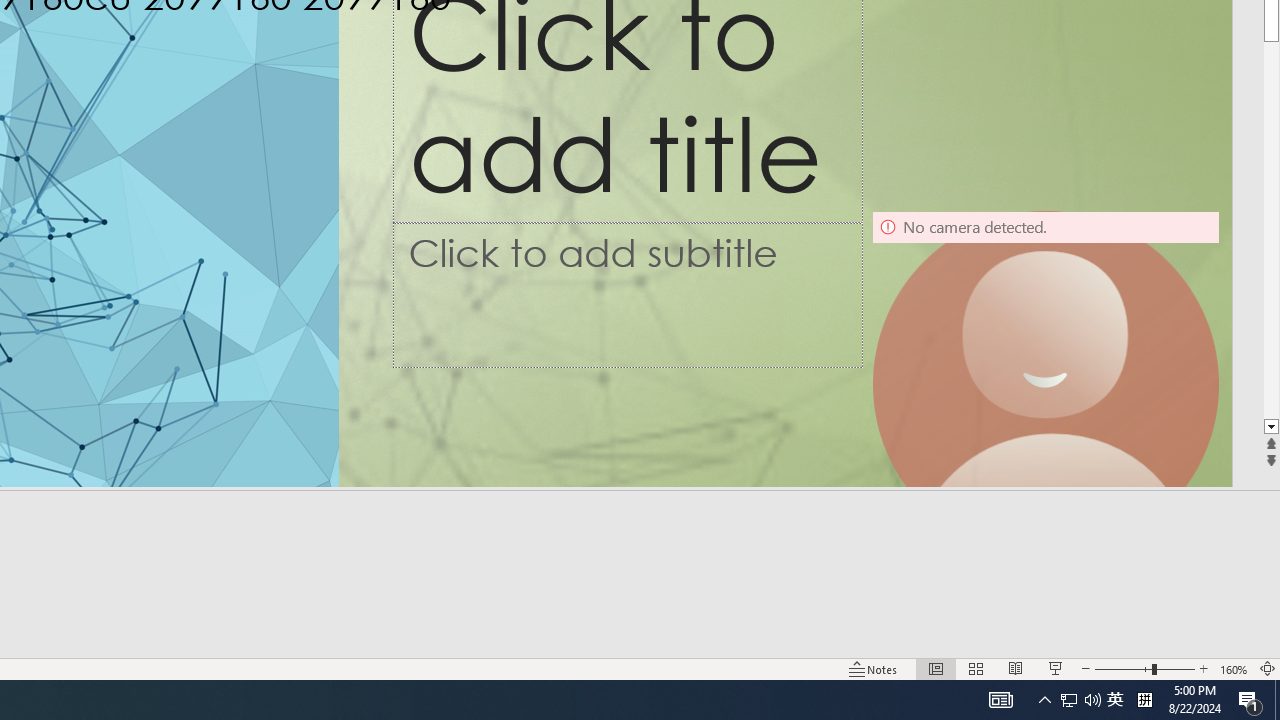  Describe the element at coordinates (1123, 669) in the screenshot. I see `'Zoom Out'` at that location.